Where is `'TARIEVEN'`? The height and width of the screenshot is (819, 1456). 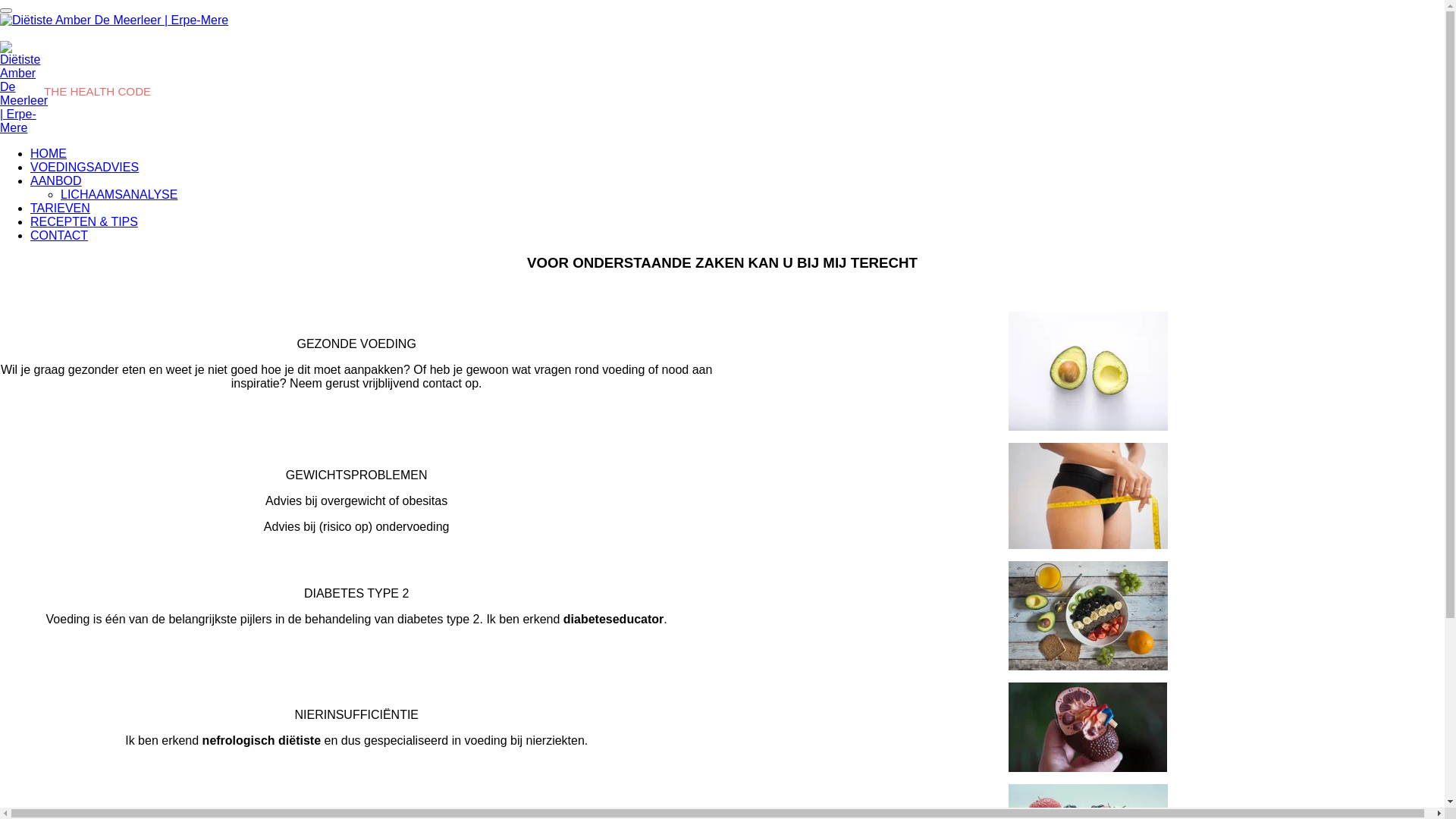
'TARIEVEN' is located at coordinates (60, 208).